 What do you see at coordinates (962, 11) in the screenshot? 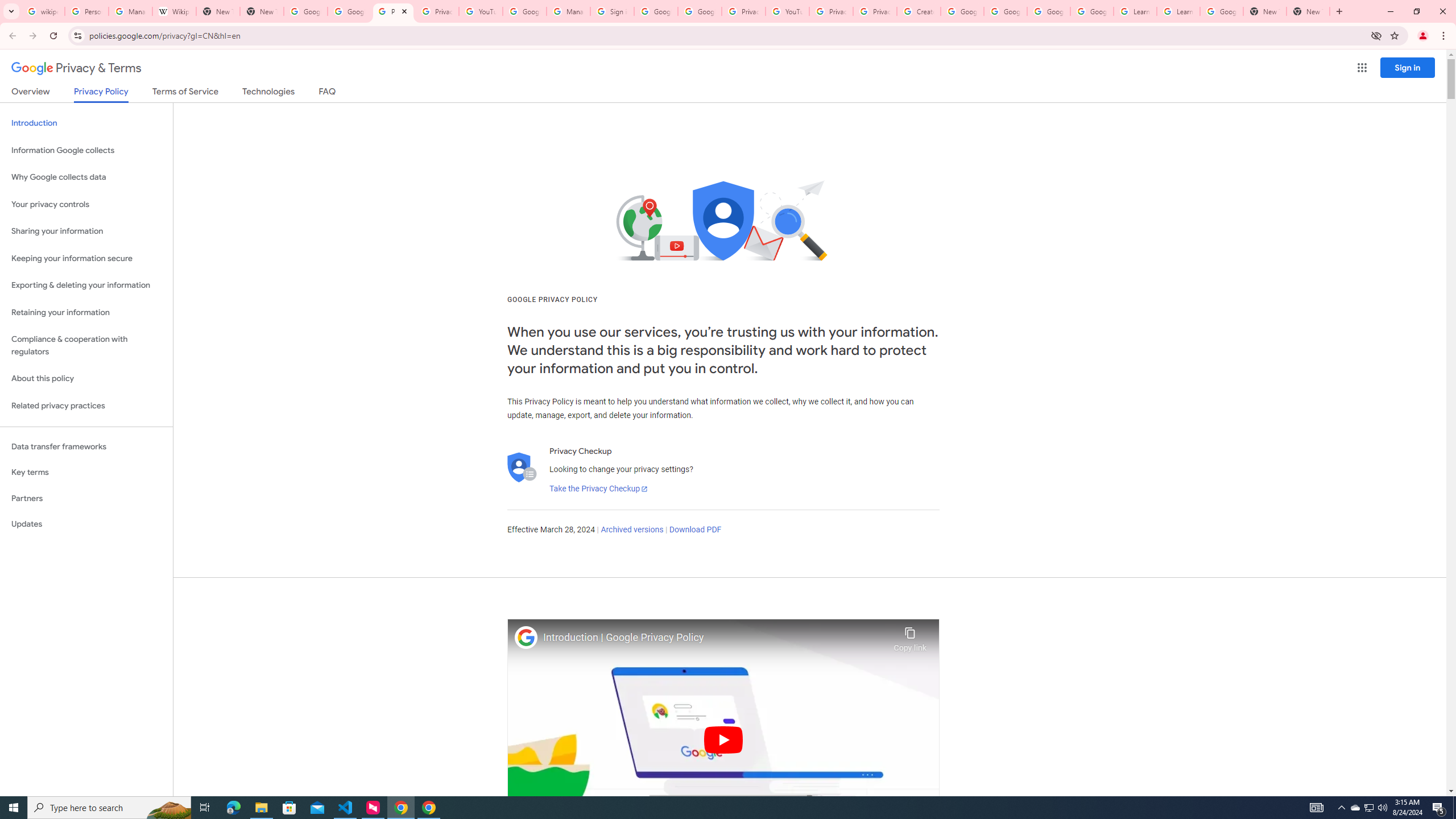
I see `'Google Account Help'` at bounding box center [962, 11].